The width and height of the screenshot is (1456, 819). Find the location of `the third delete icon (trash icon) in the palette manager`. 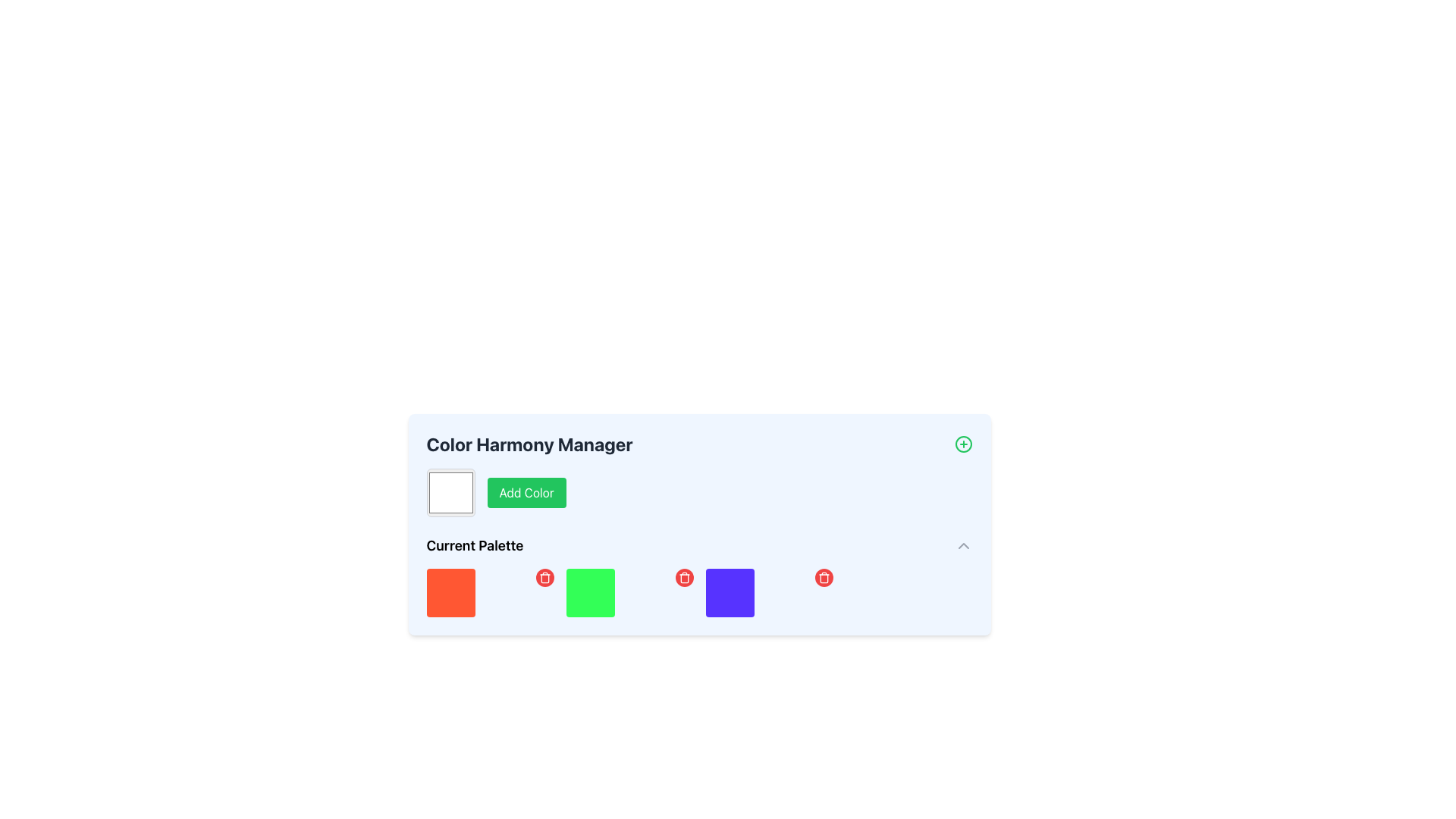

the third delete icon (trash icon) in the palette manager is located at coordinates (683, 578).